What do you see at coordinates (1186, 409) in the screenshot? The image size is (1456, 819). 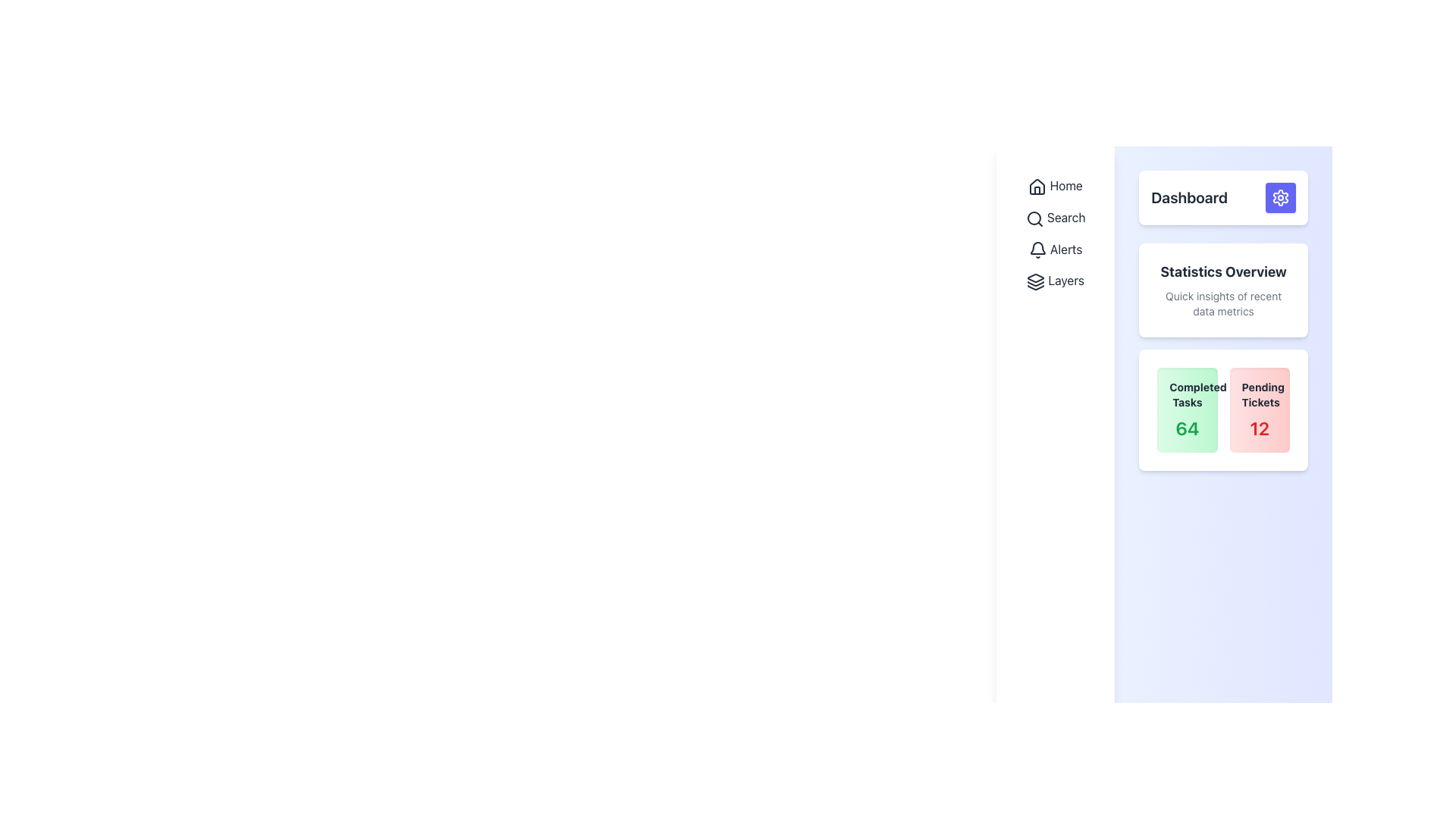 I see `the information displayed on the Information card that shows the count of completed tasks in the Statistics Overview section` at bounding box center [1186, 409].